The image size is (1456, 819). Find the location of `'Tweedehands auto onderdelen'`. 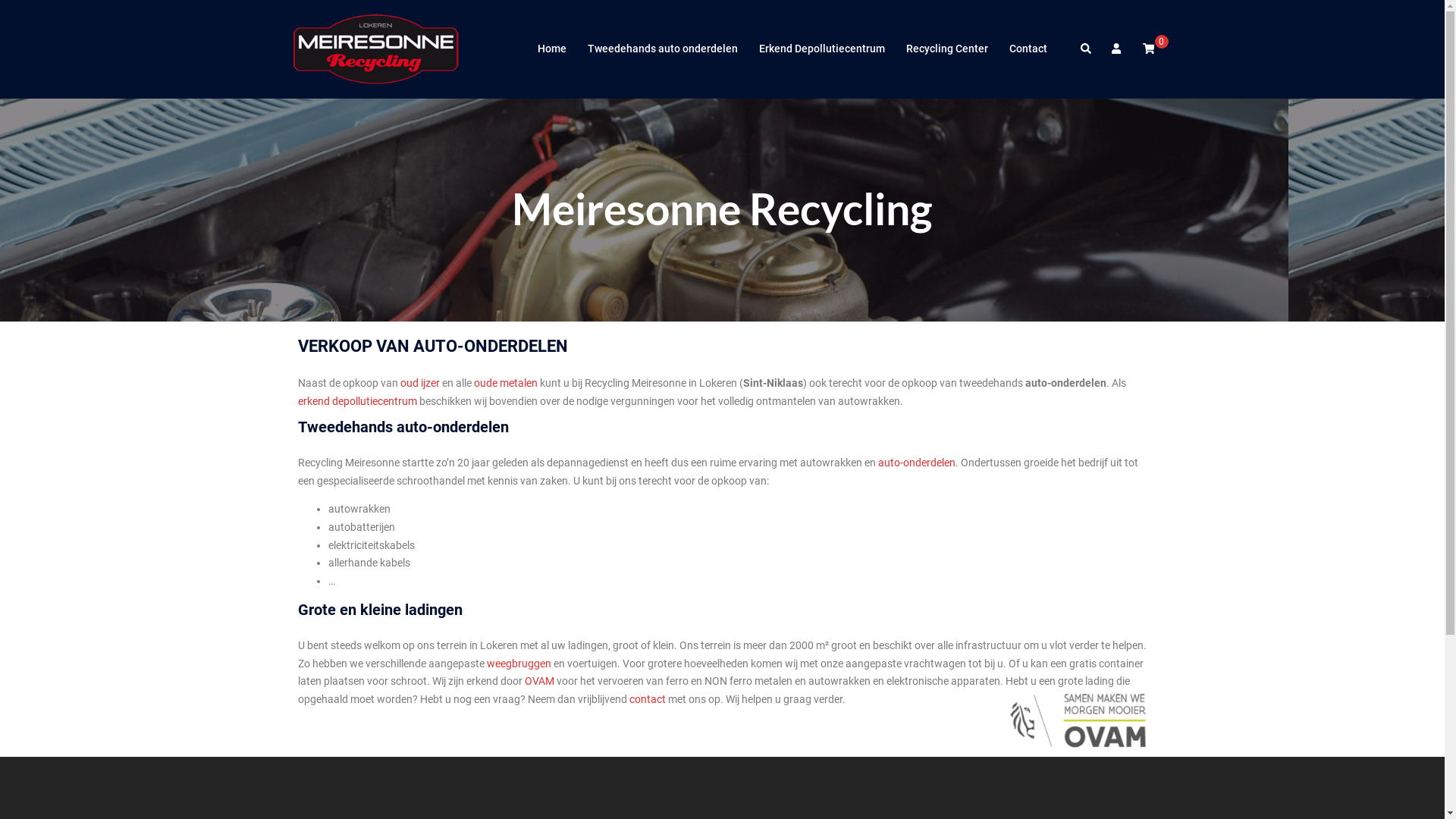

'Tweedehands auto onderdelen' is located at coordinates (662, 49).